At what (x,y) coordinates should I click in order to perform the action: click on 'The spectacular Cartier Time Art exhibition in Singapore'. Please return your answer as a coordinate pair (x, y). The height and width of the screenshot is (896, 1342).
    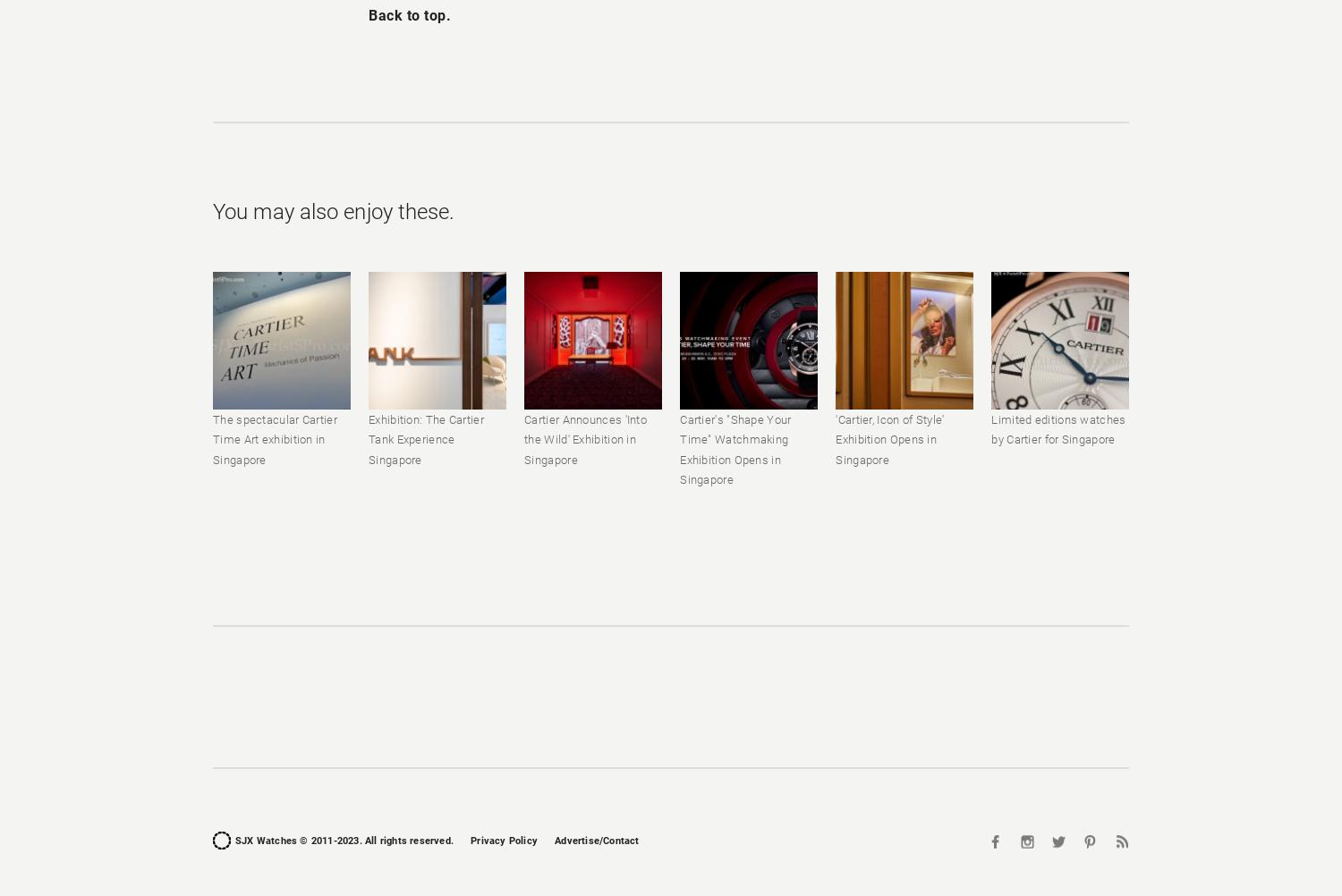
    Looking at the image, I should click on (275, 438).